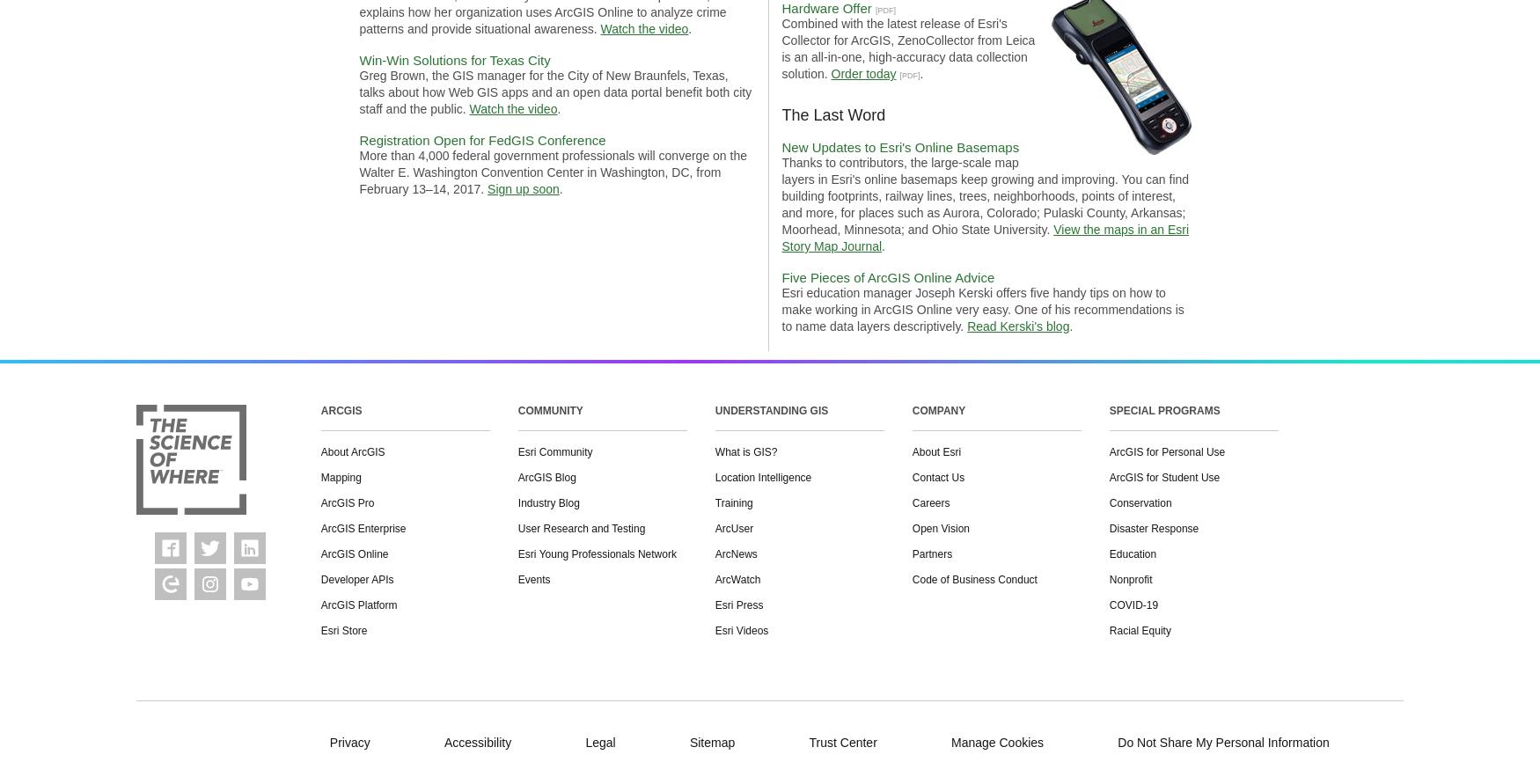 The width and height of the screenshot is (1540, 784). What do you see at coordinates (1166, 451) in the screenshot?
I see `'ArcGIS for Personal Use'` at bounding box center [1166, 451].